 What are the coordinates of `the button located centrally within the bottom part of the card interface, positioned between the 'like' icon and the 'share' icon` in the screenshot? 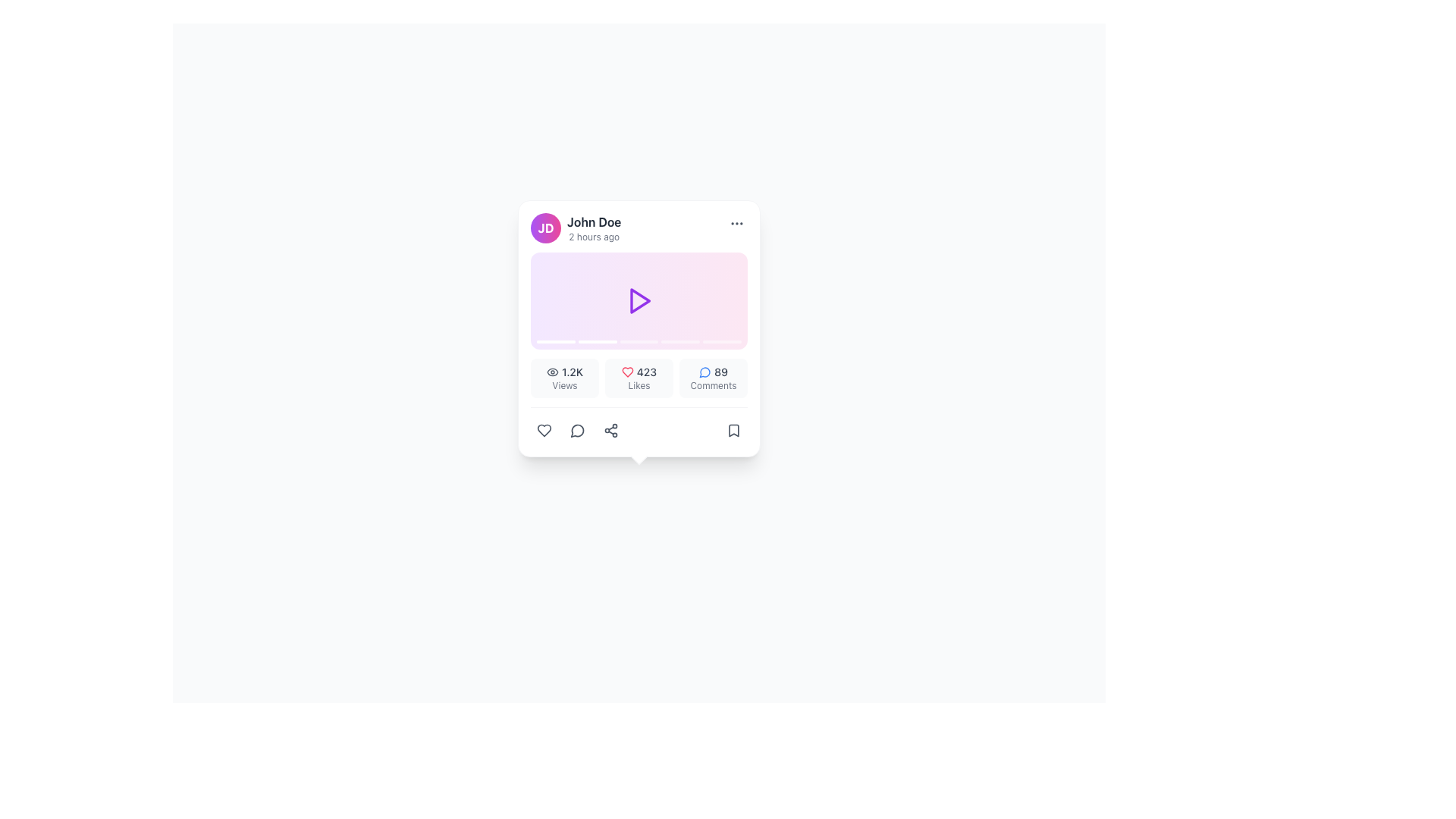 It's located at (577, 430).